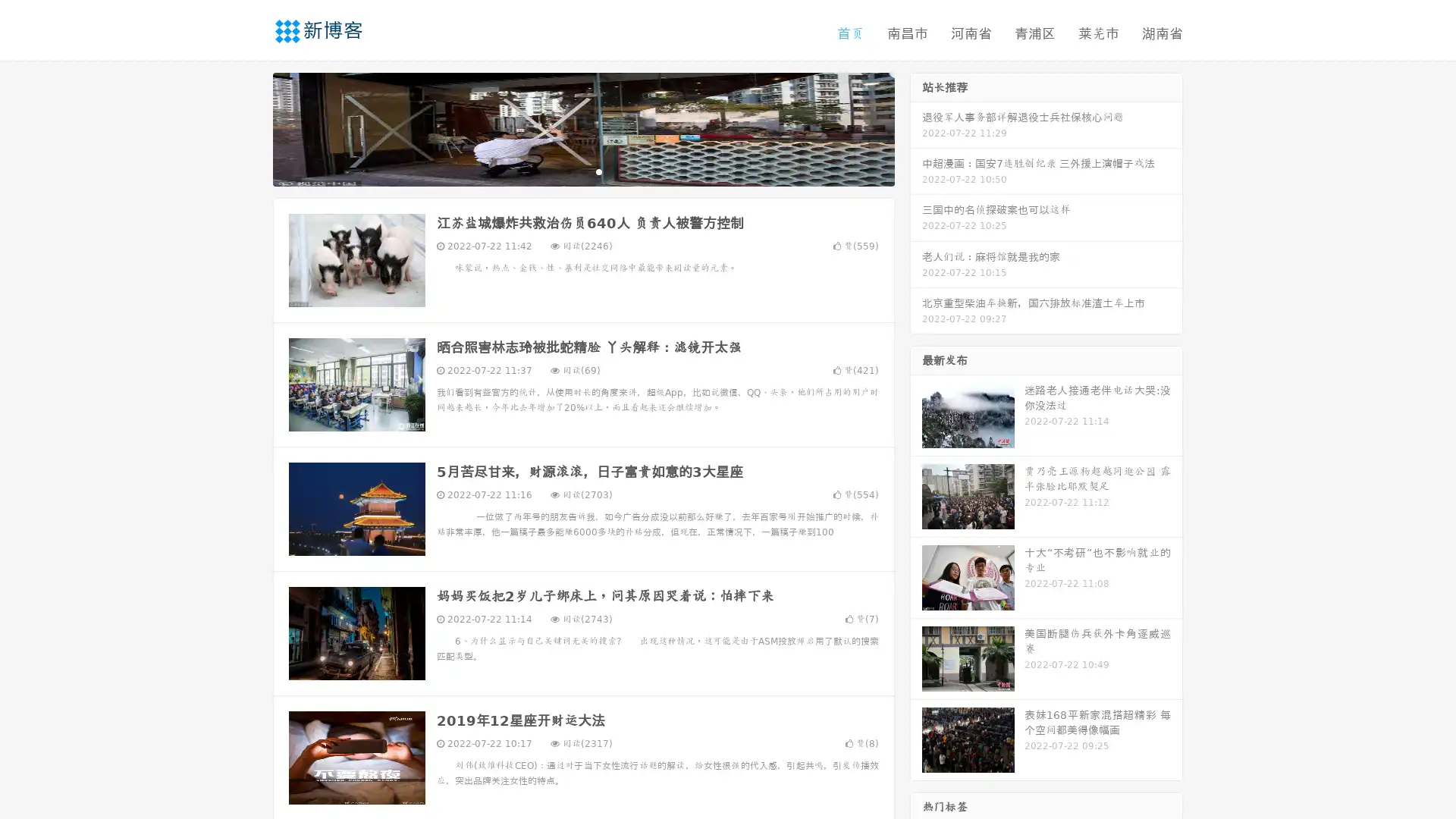  What do you see at coordinates (582, 171) in the screenshot?
I see `Go to slide 2` at bounding box center [582, 171].